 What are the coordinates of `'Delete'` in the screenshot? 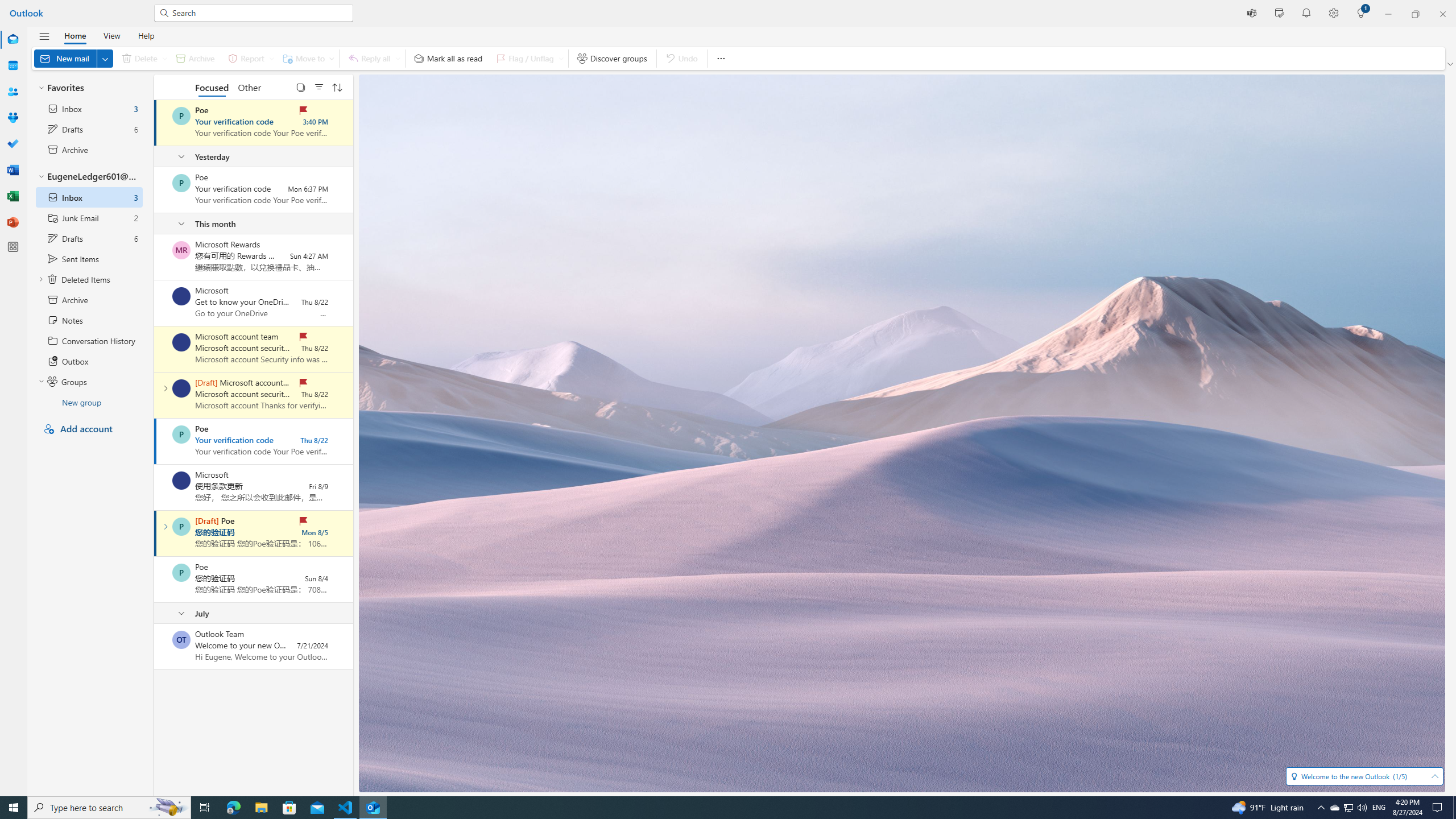 It's located at (141, 58).